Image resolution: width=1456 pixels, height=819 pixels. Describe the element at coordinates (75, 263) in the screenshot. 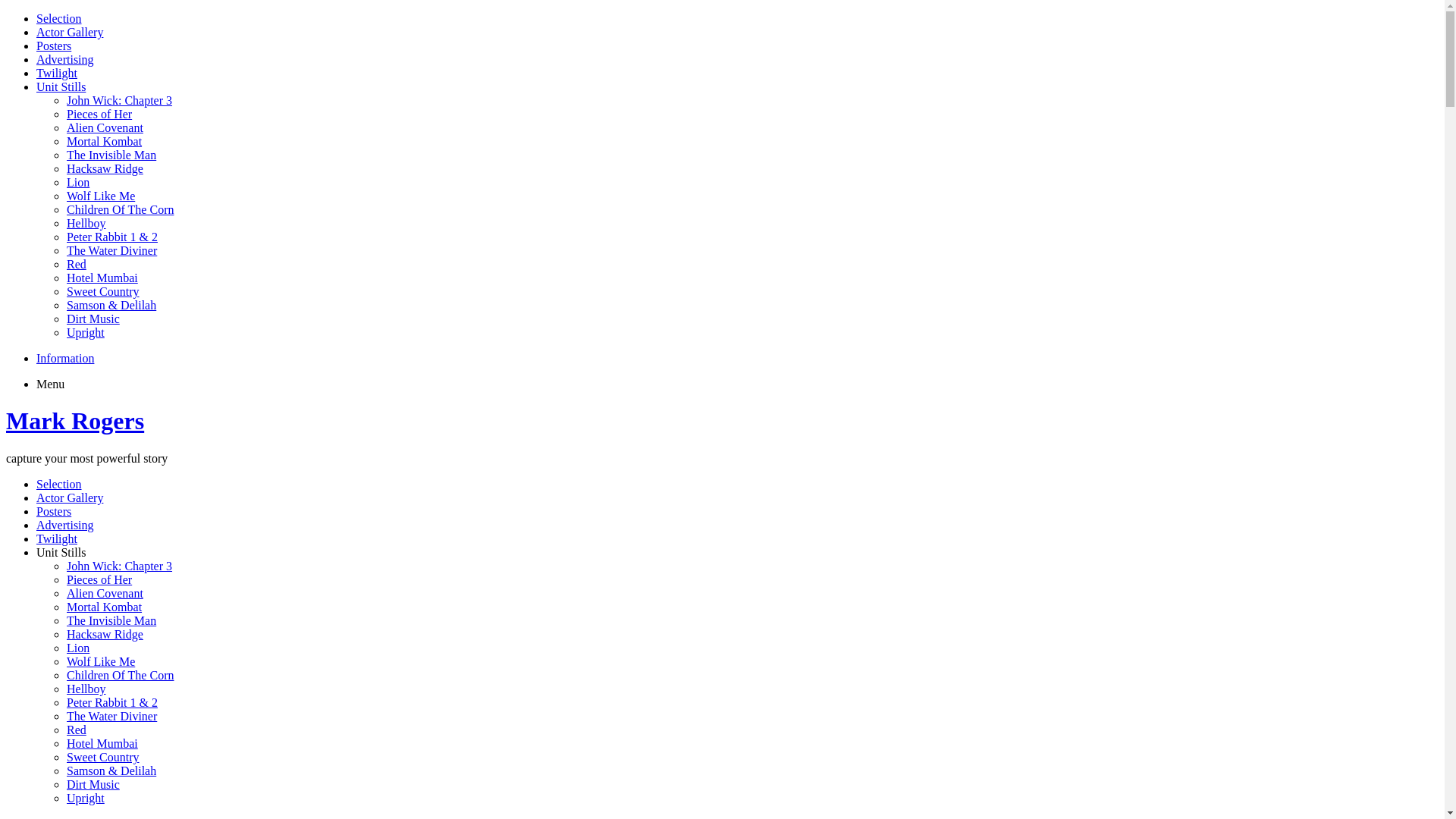

I see `'Red'` at that location.